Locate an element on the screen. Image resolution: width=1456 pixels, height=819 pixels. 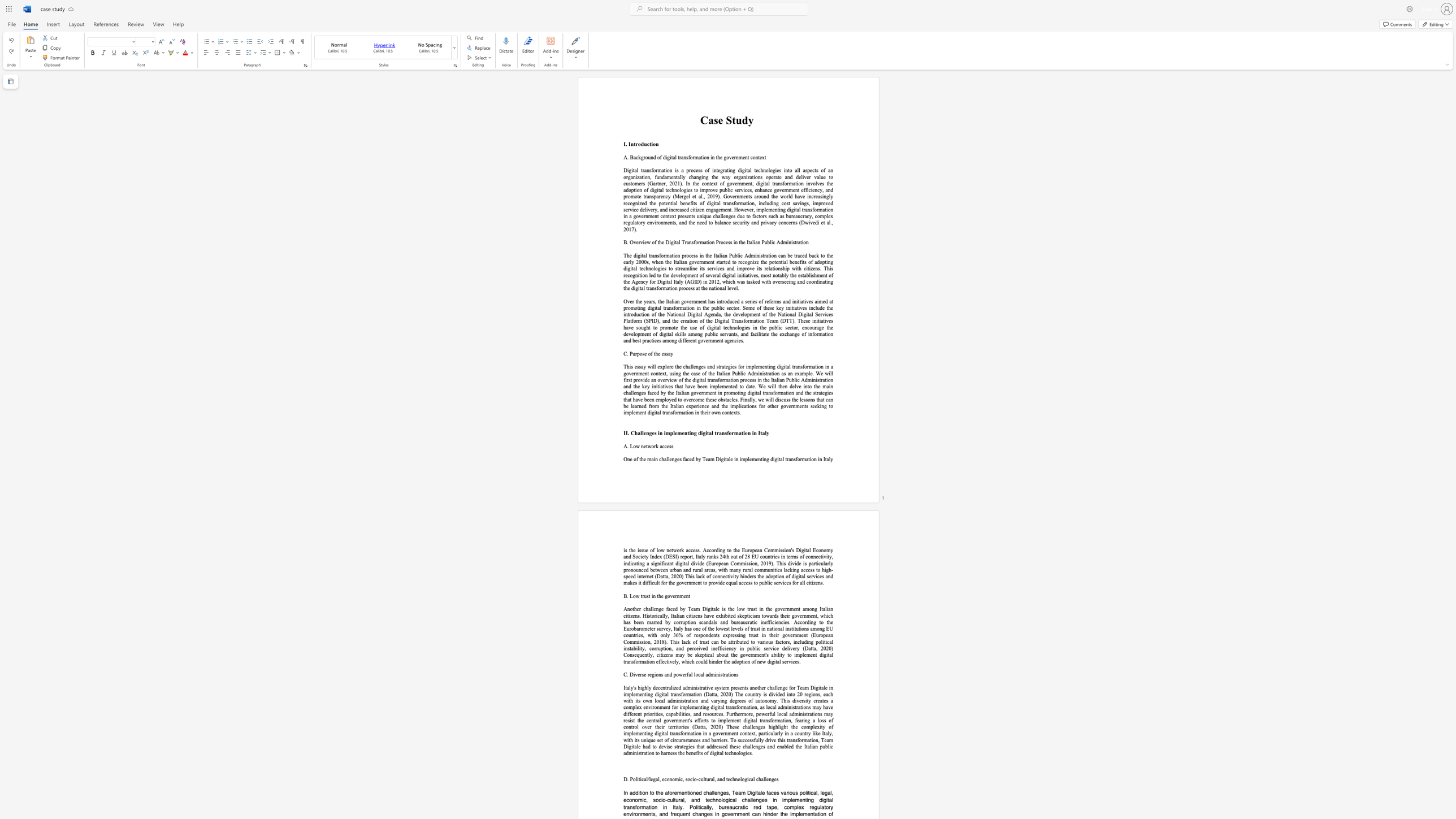
the subset text "s into all aspects of an organization, fundamentally changing the way organizations operate and deliver value to customers (Gartner, 2021). In the context of government, digital transformation involves the adoptio" within the text "Digital transformation is a process of integrating digital technologies into all aspects of an organization, fundamentally changing the way organizations operate and deliver value to customers (Gartner, 2021). In the context of government, digital transformation involves the adoption of digital technologies to improve public services, enhance government efficiency, and promote transparency (Mergel et al., 2019). Governments around the world have increasingly recognized the potential benefits of digital tran" is located at coordinates (778, 170).